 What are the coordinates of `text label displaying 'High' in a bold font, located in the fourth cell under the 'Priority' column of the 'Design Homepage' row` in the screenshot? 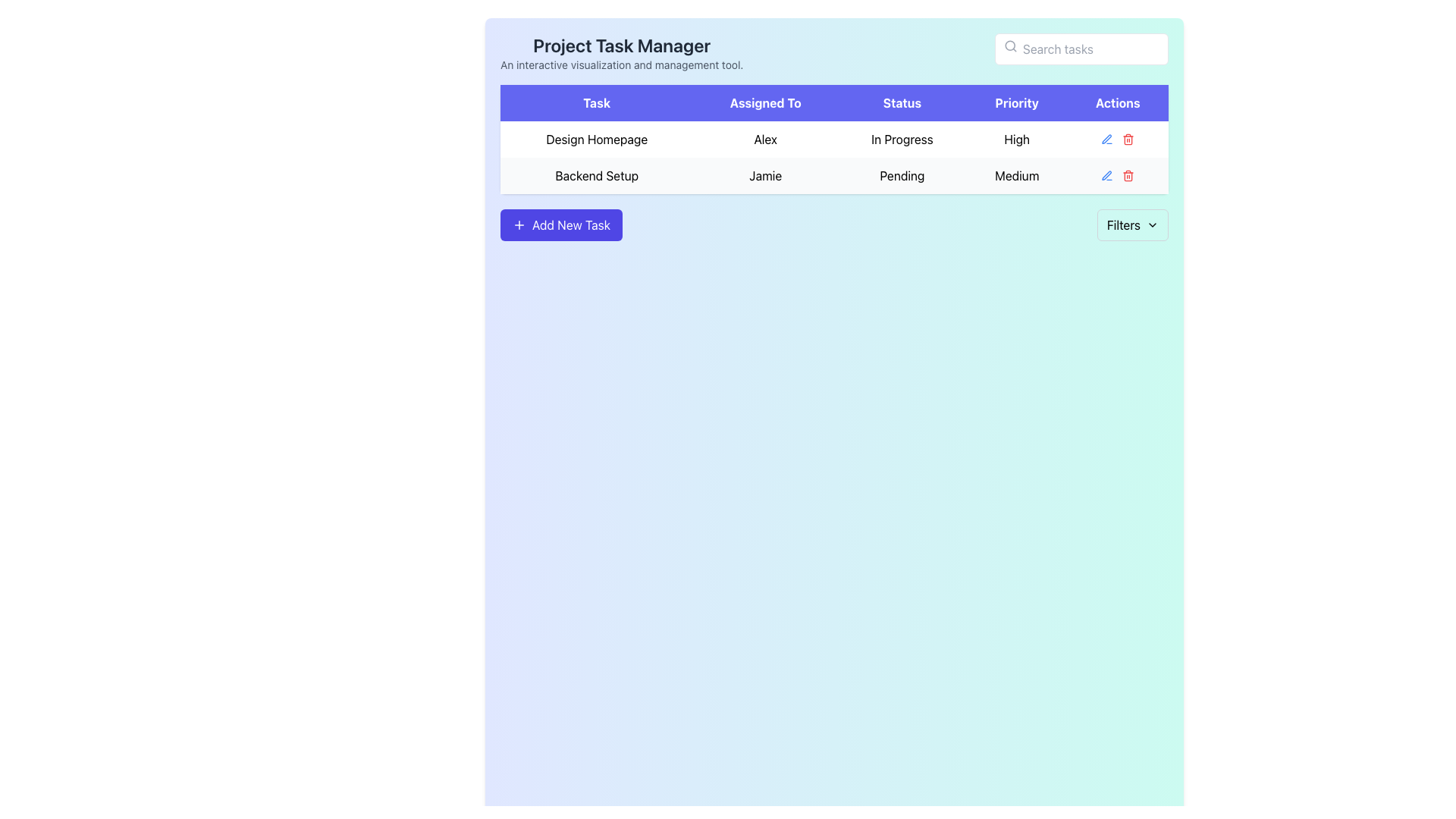 It's located at (1017, 140).